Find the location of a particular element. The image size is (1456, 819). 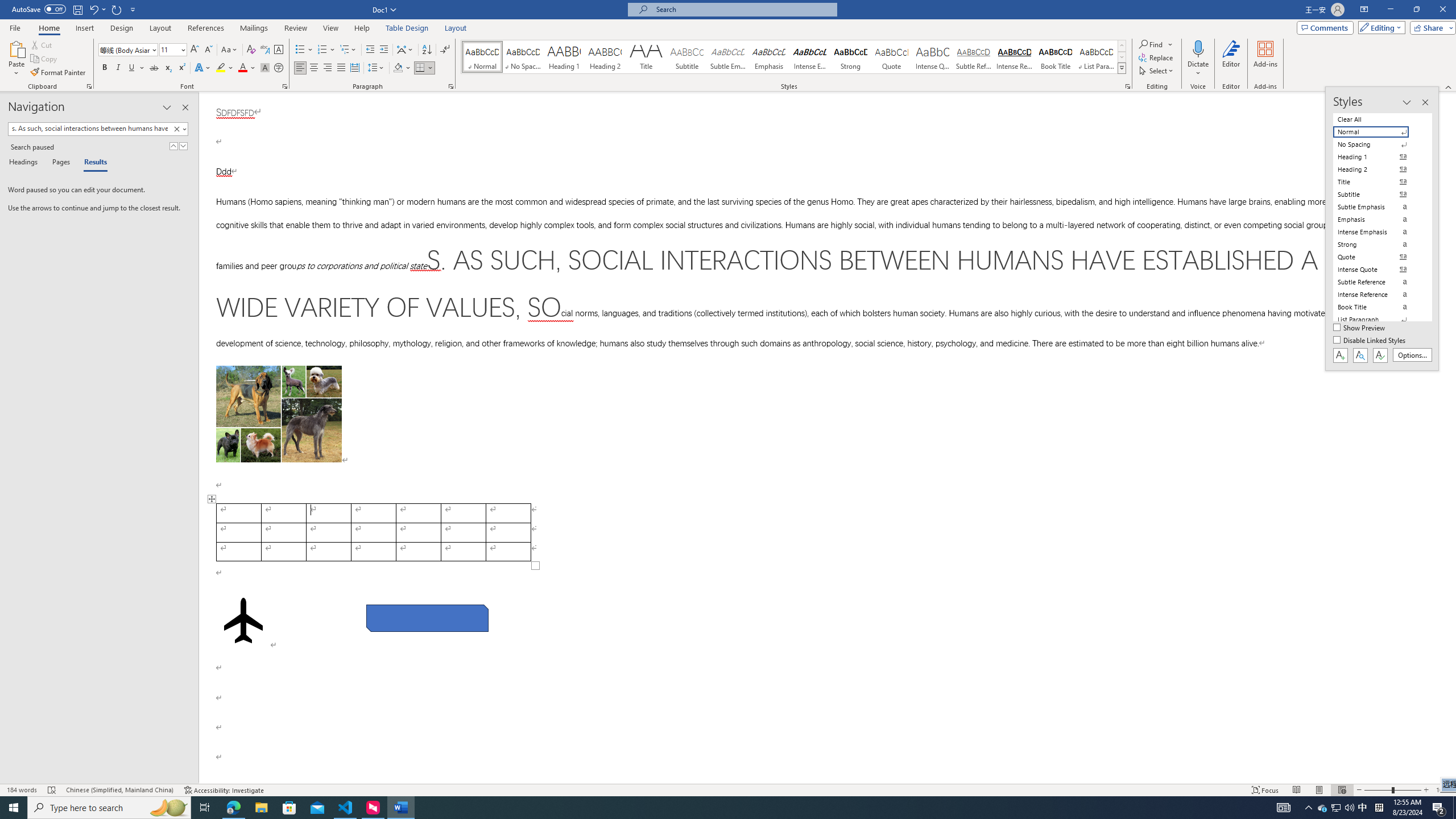

'Zoom' is located at coordinates (1392, 790).